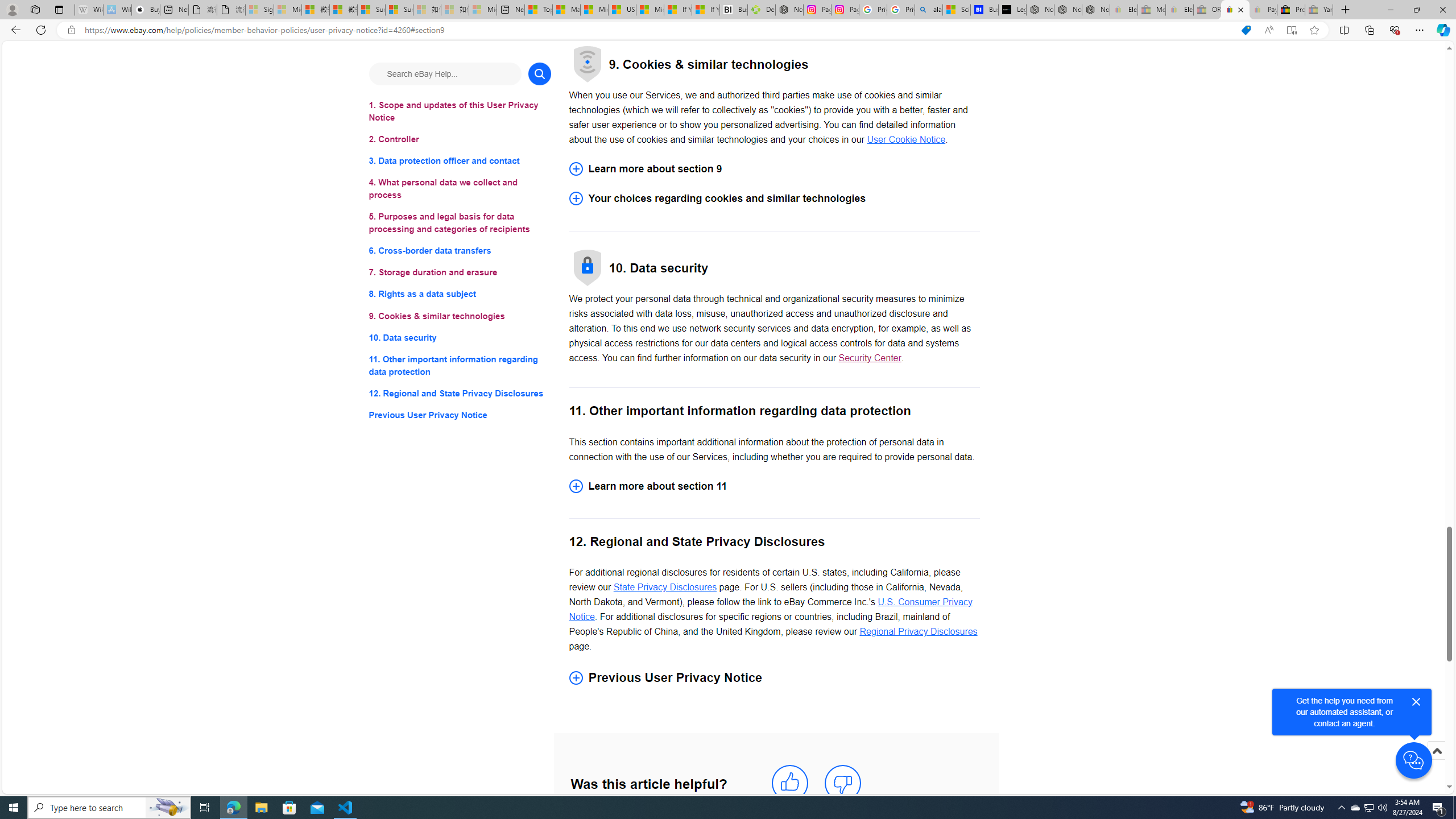 The image size is (1456, 819). I want to click on 'U.S. Consumer Privacy Notice - opens in new window or tab', so click(770, 610).